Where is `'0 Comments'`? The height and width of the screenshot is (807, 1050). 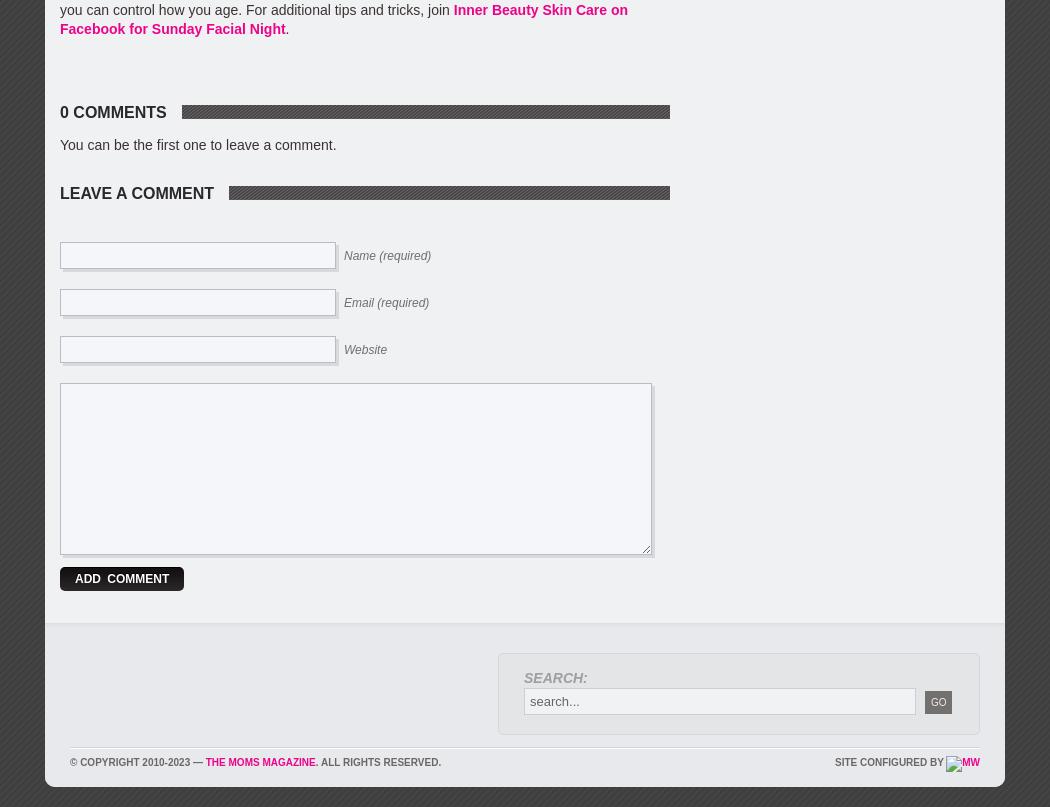 '0 Comments' is located at coordinates (112, 111).